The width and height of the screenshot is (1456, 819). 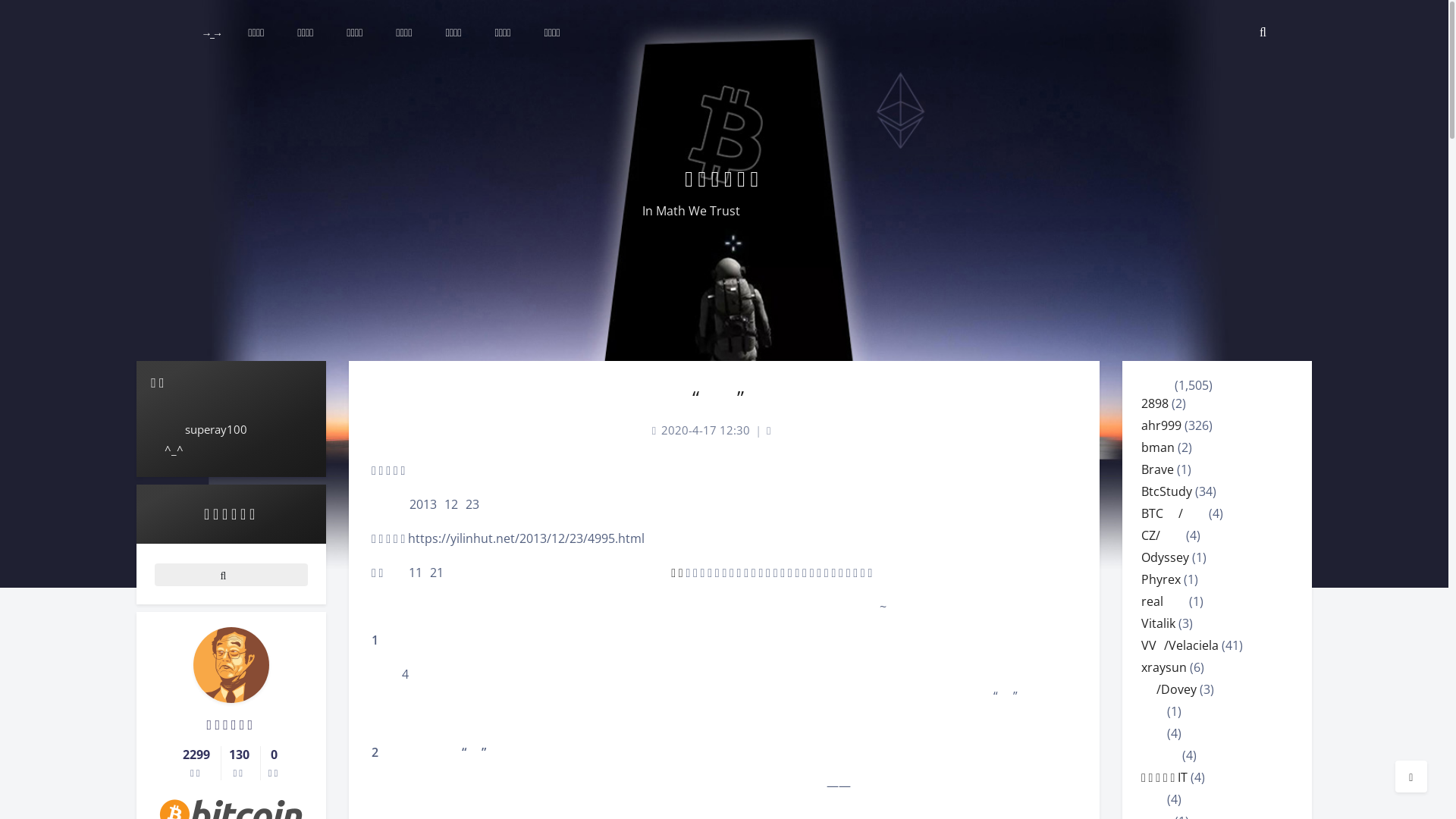 I want to click on 'BtcStudy', so click(x=1166, y=491).